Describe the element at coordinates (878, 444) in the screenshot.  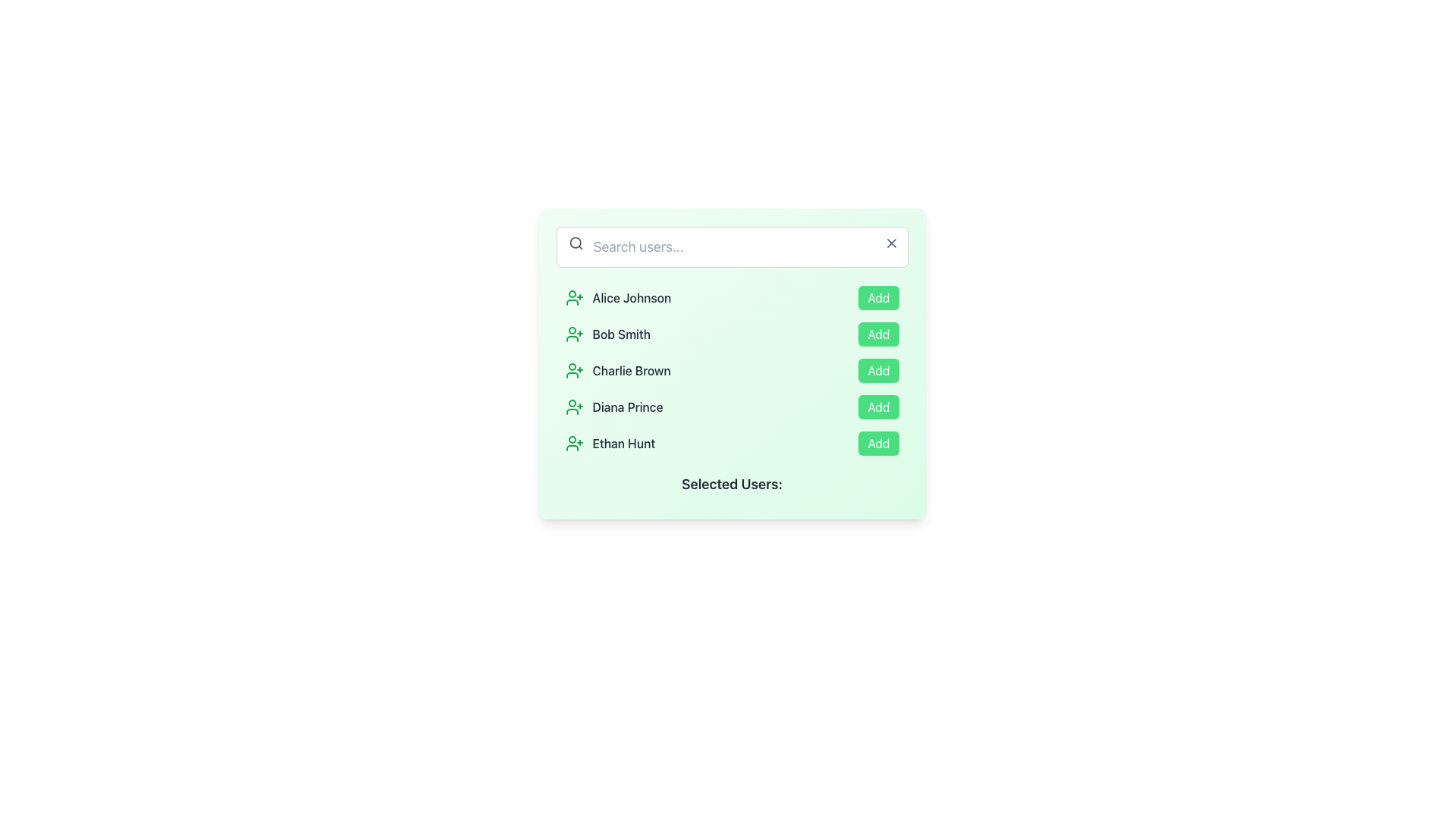
I see `the 'Add' button associated with 'Ethan Hunt'` at that location.